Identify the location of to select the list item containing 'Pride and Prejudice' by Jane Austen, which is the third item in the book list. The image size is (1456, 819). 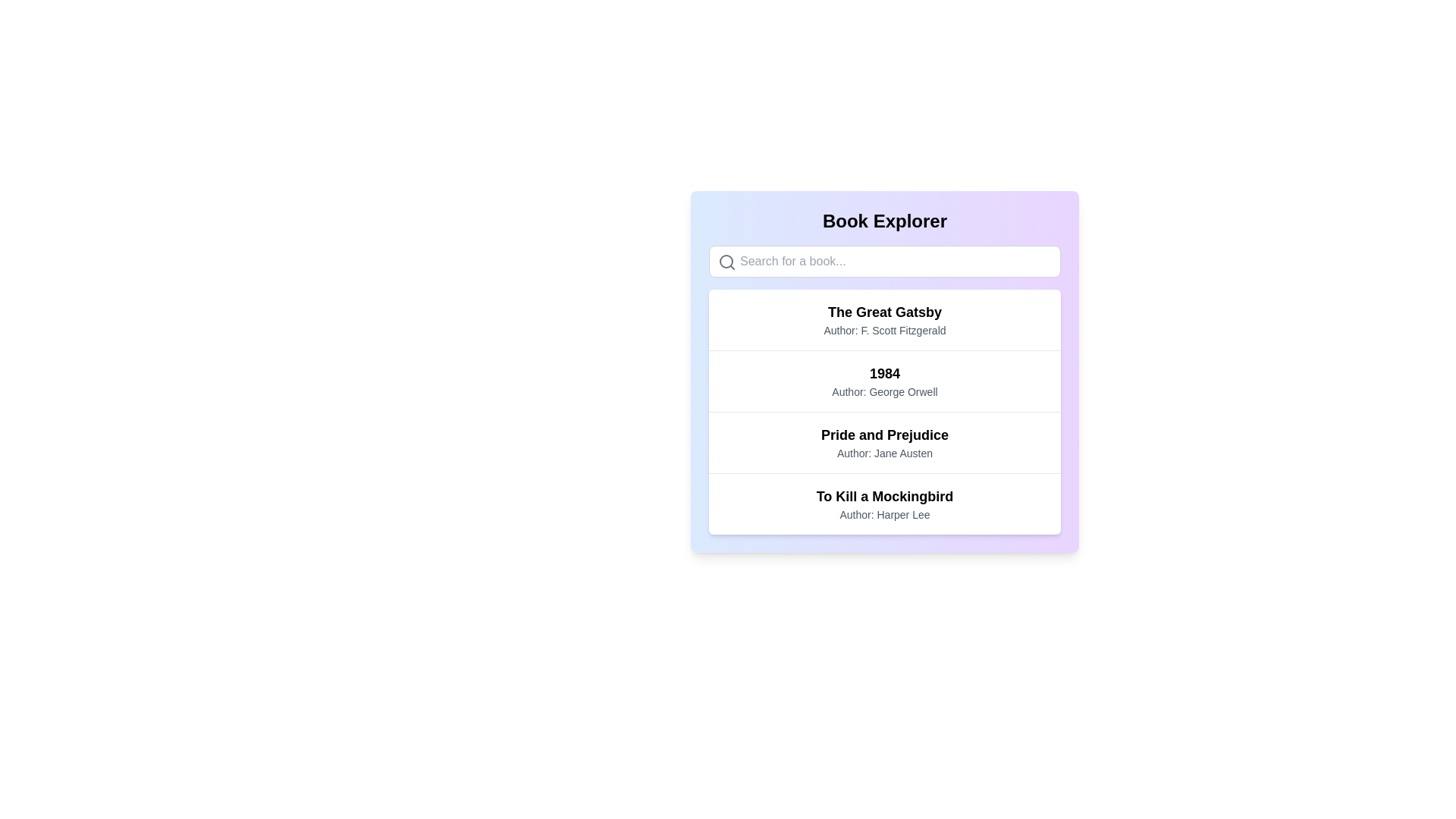
(884, 441).